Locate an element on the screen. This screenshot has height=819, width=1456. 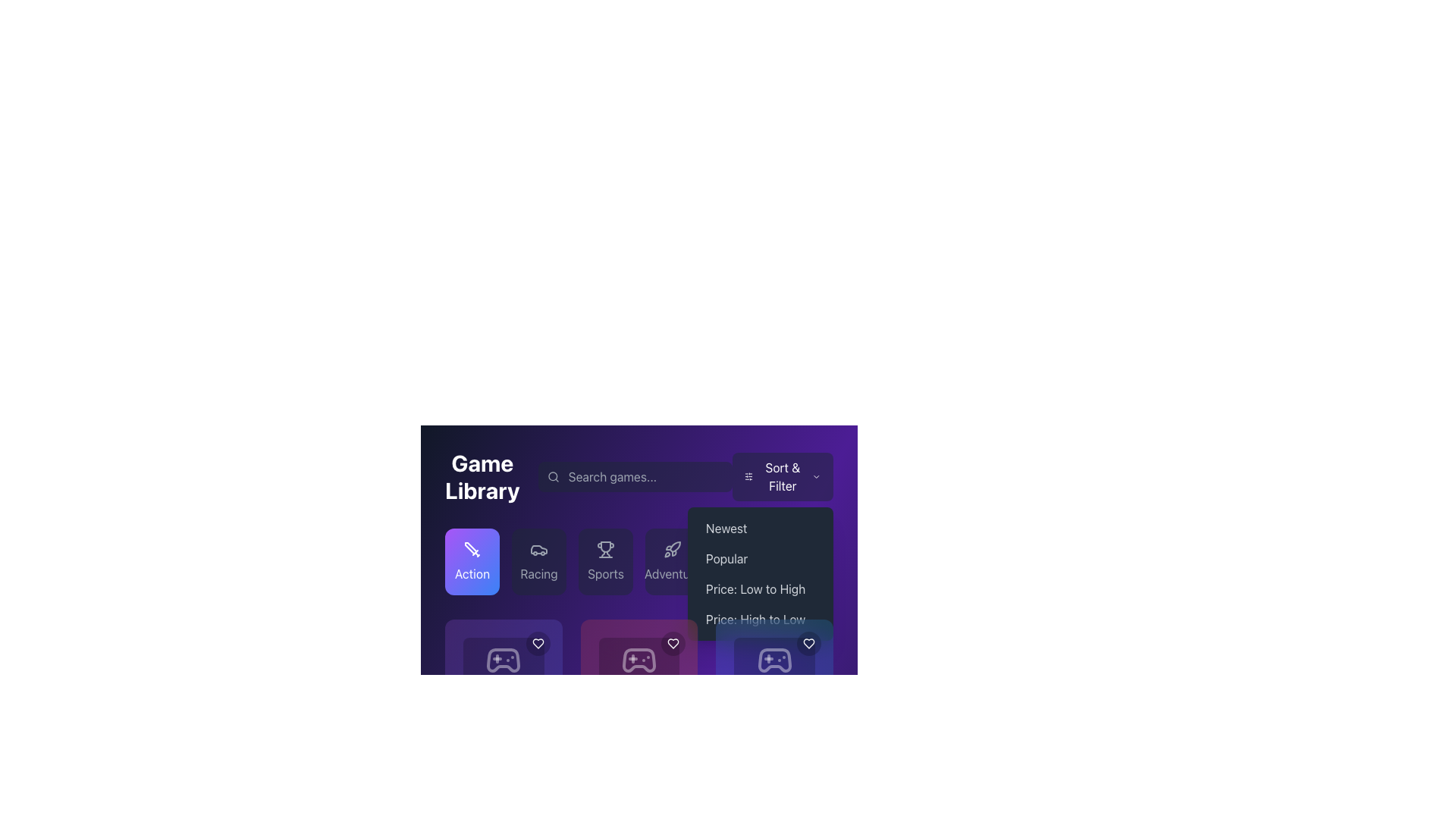
the rocket icon representing the 'Adventure' category card, which is located in the center-top section of the card labeled 'Adventure' is located at coordinates (672, 550).